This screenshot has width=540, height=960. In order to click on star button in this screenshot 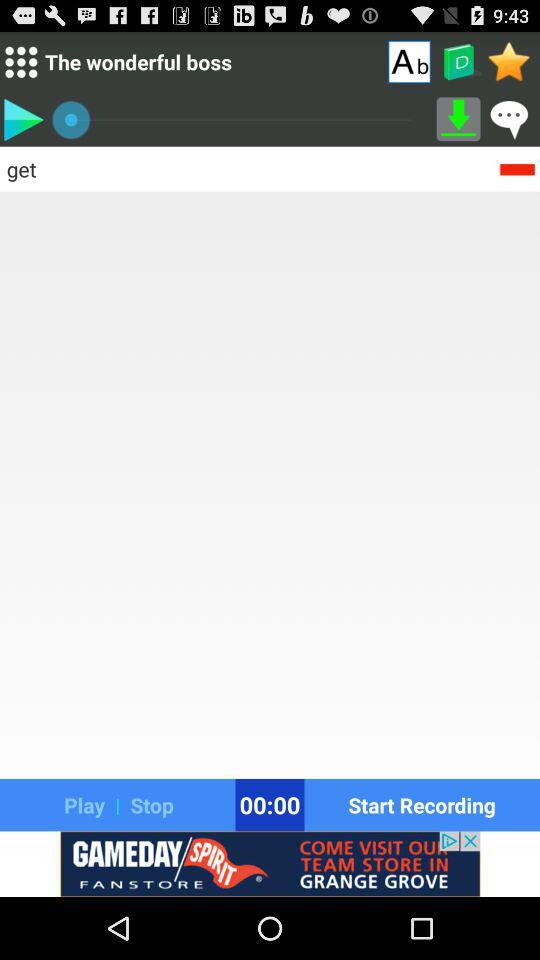, I will do `click(509, 61)`.